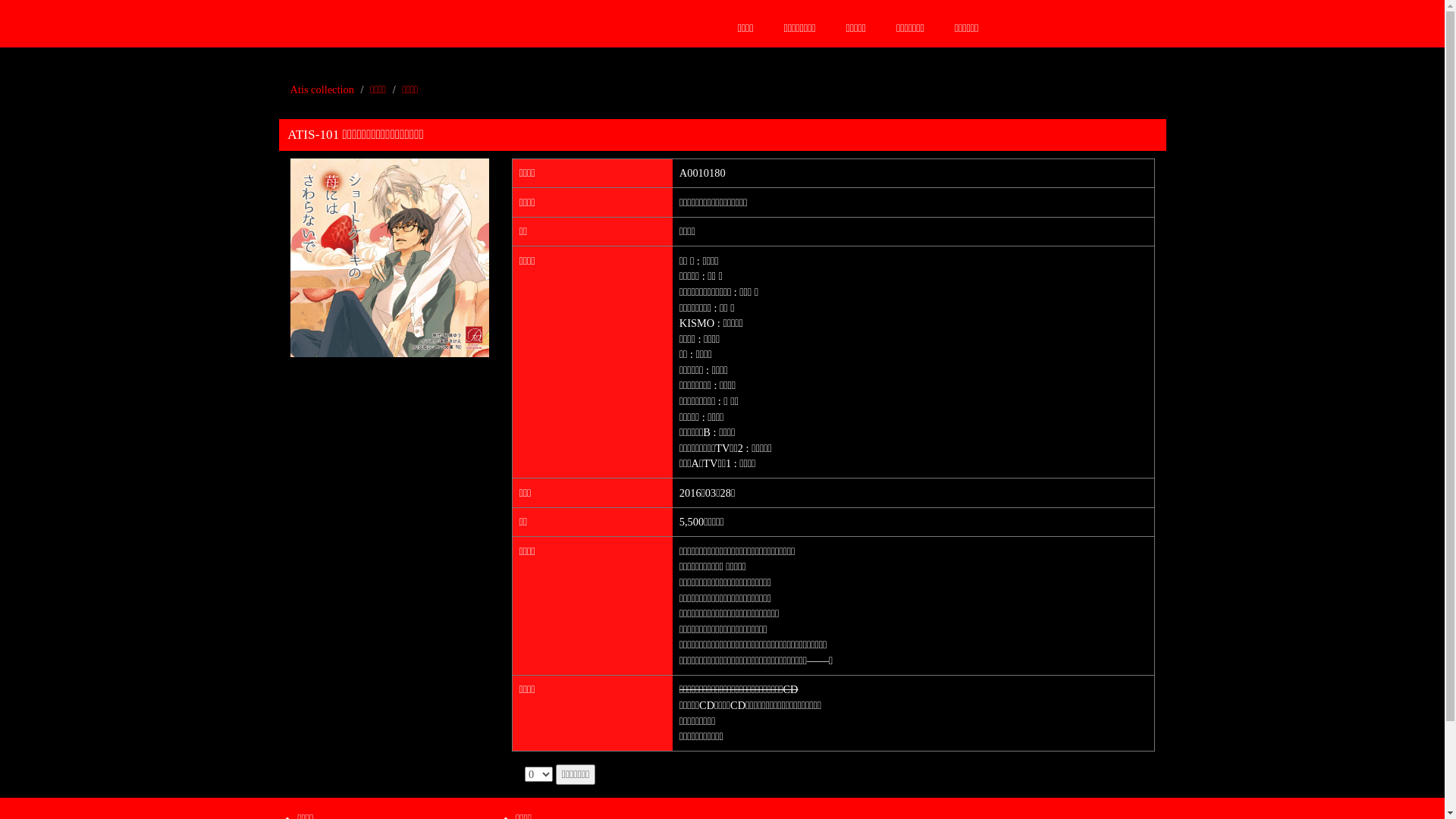 The height and width of the screenshot is (819, 1456). What do you see at coordinates (320, 89) in the screenshot?
I see `'Atis collection'` at bounding box center [320, 89].